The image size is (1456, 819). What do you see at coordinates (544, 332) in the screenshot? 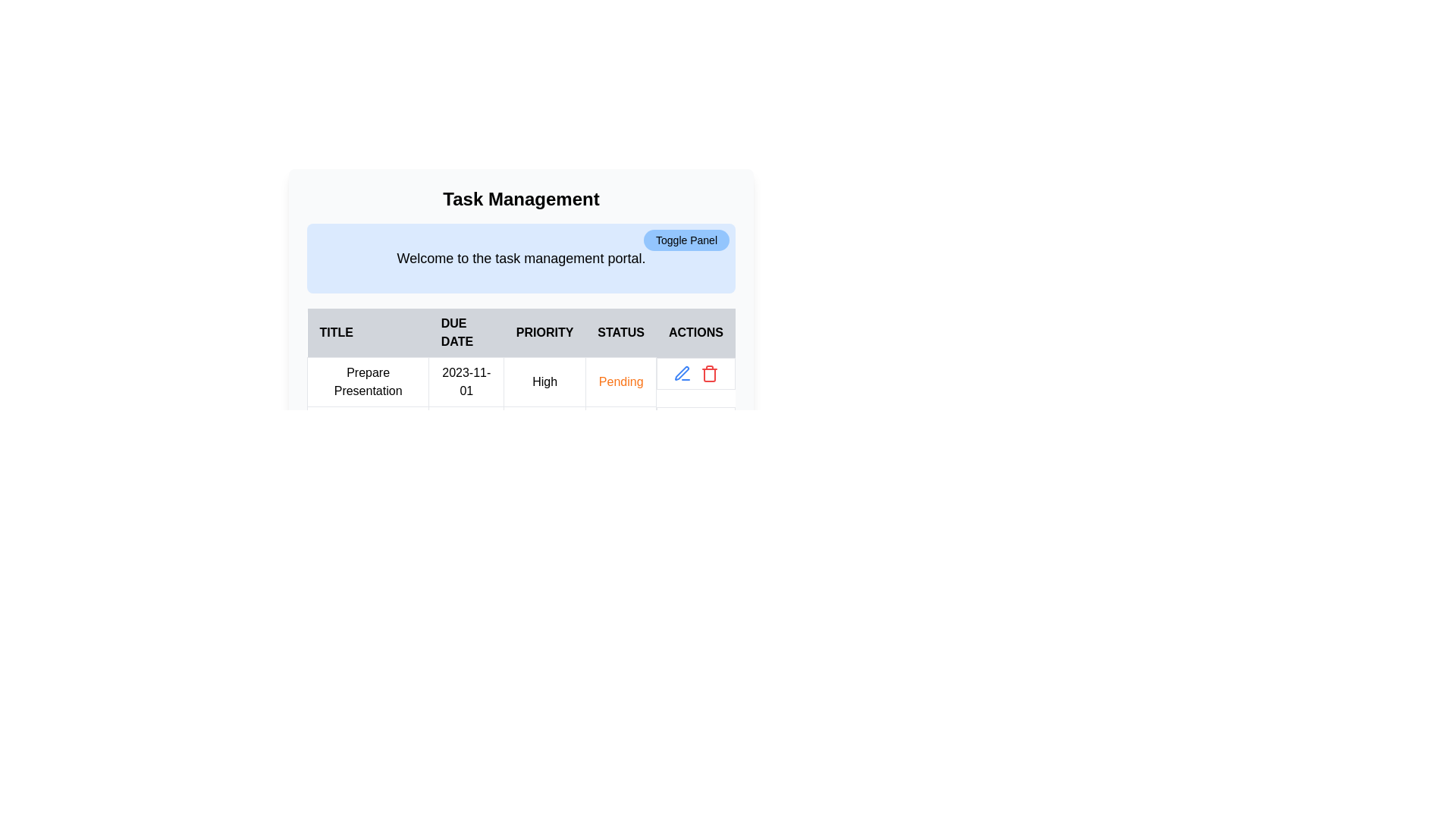
I see `the 'PRIORITY' text label, which is the third label in a row of headers styled in bold black font on a light gray background` at bounding box center [544, 332].